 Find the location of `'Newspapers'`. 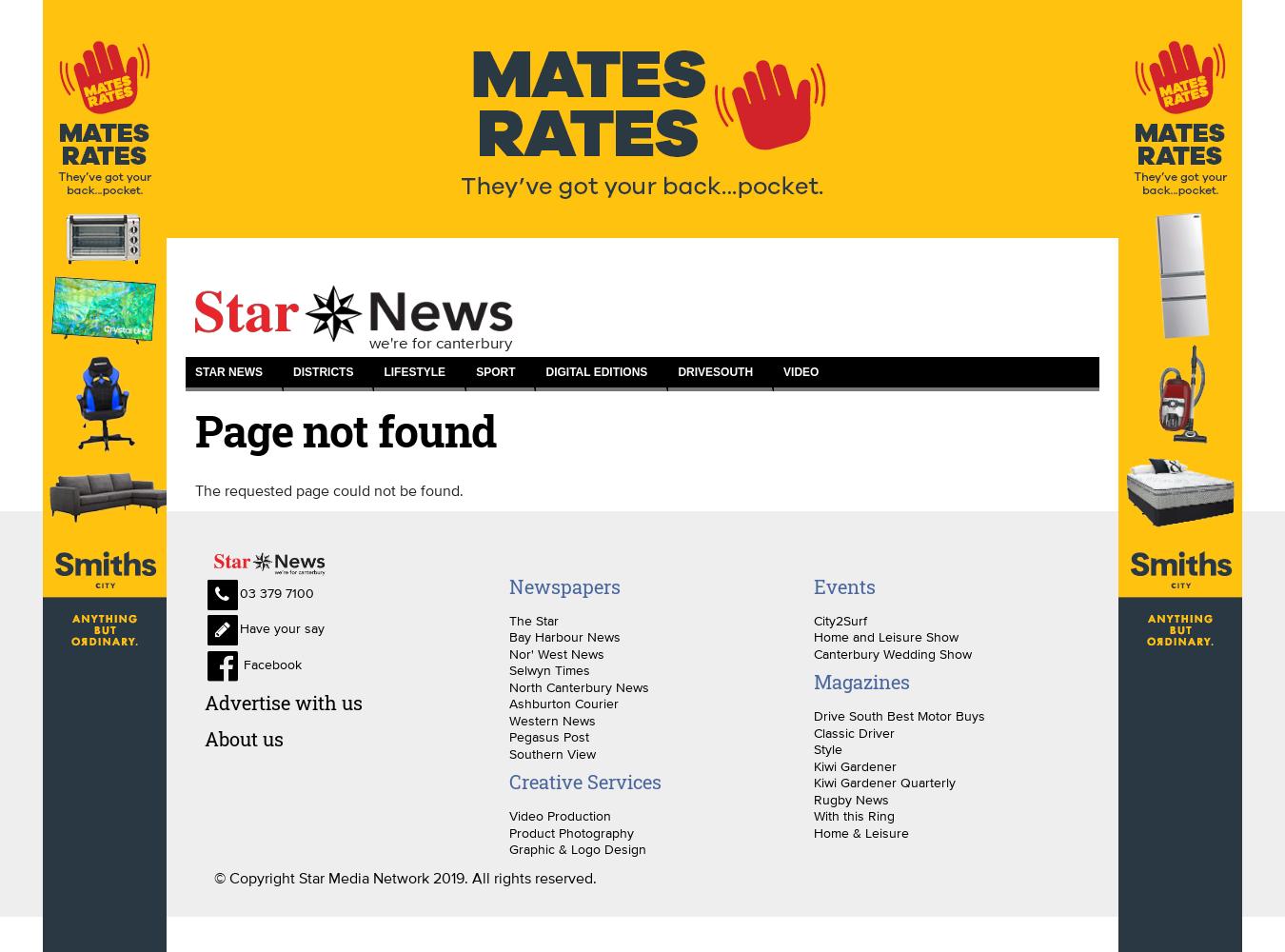

'Newspapers' is located at coordinates (563, 585).